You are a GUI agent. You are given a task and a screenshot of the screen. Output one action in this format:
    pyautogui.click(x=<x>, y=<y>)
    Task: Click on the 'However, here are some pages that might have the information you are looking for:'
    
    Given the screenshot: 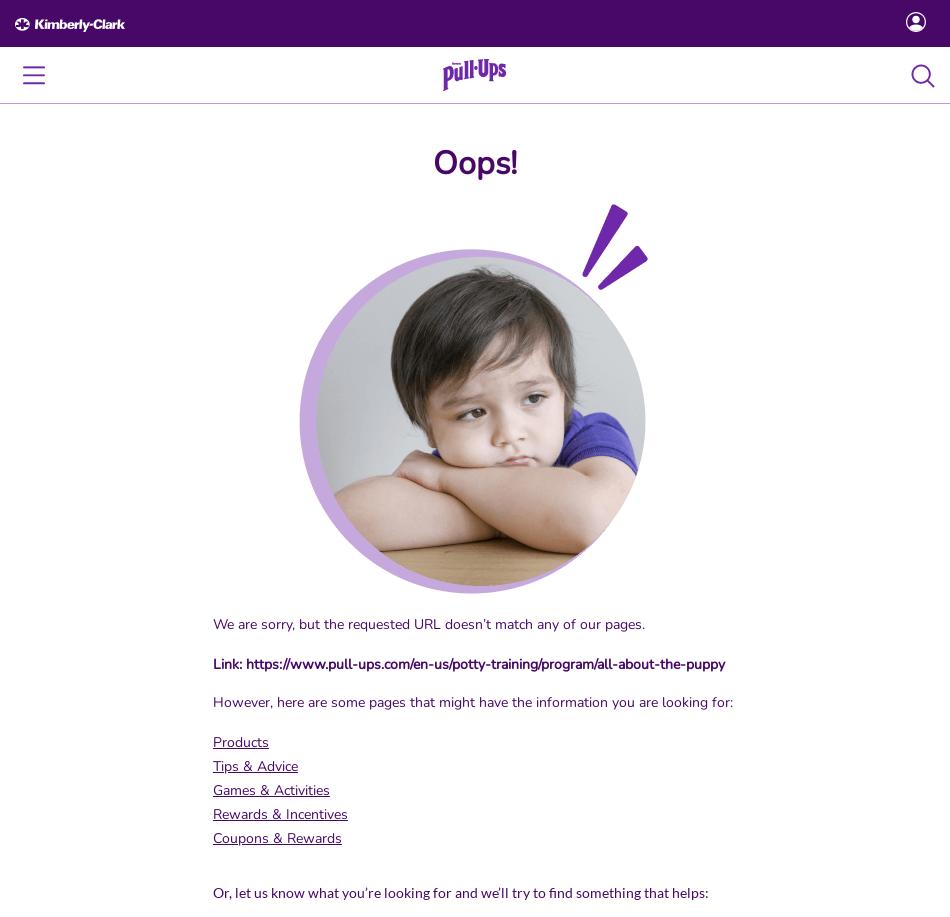 What is the action you would take?
    pyautogui.click(x=470, y=702)
    